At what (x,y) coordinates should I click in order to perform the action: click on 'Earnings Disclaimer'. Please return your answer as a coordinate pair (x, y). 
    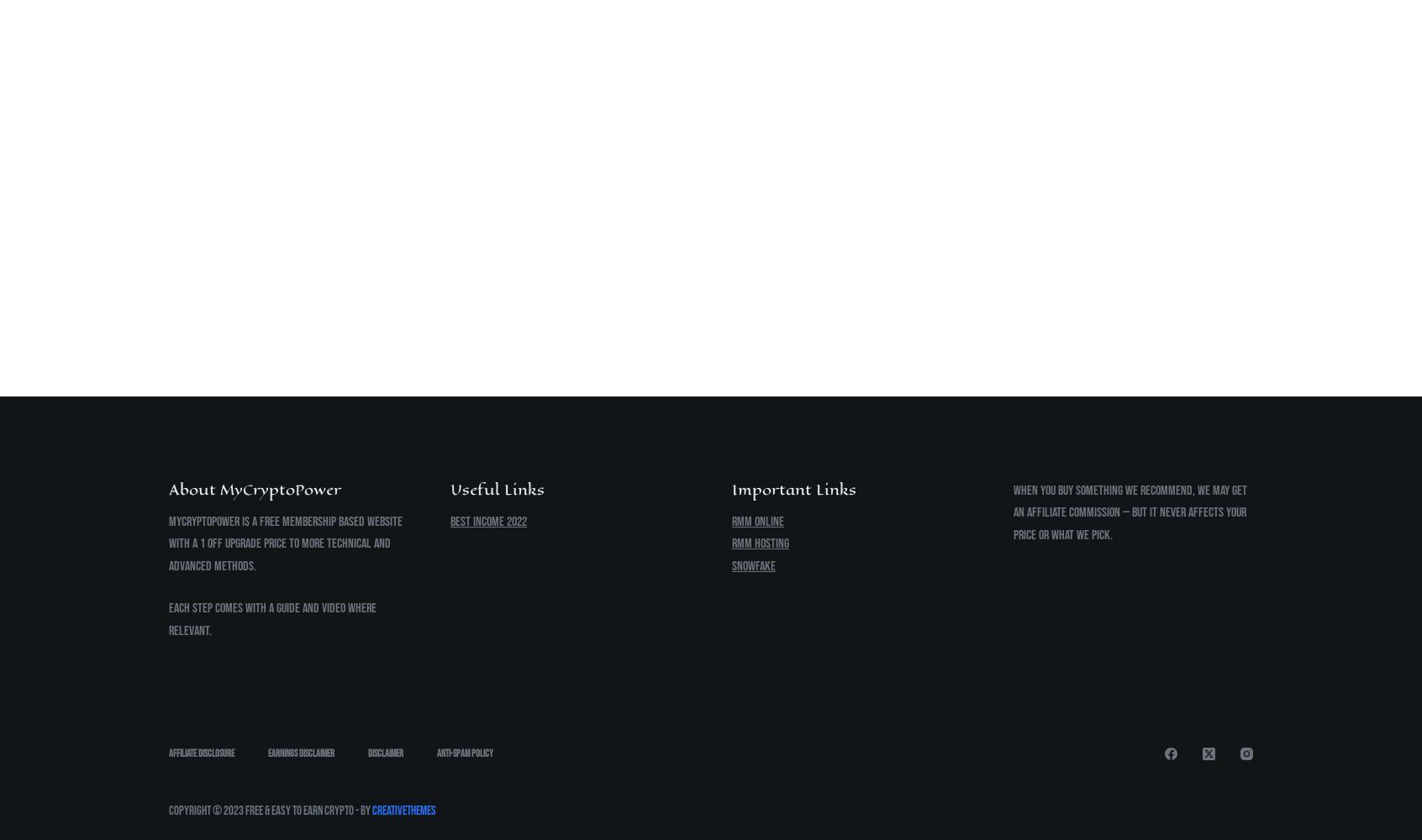
    Looking at the image, I should click on (301, 753).